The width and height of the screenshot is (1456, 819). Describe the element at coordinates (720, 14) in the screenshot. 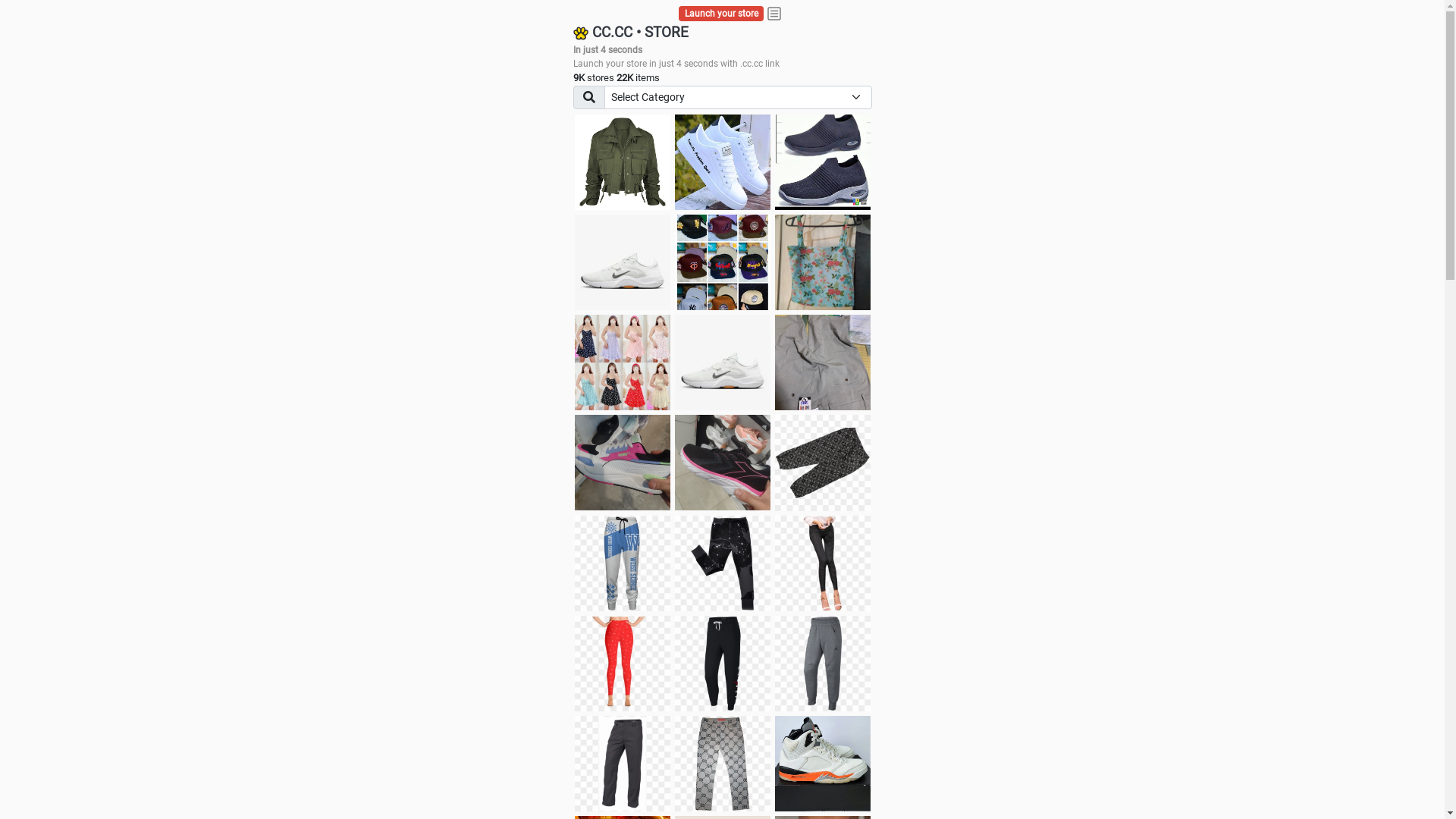

I see `'Launch your store'` at that location.